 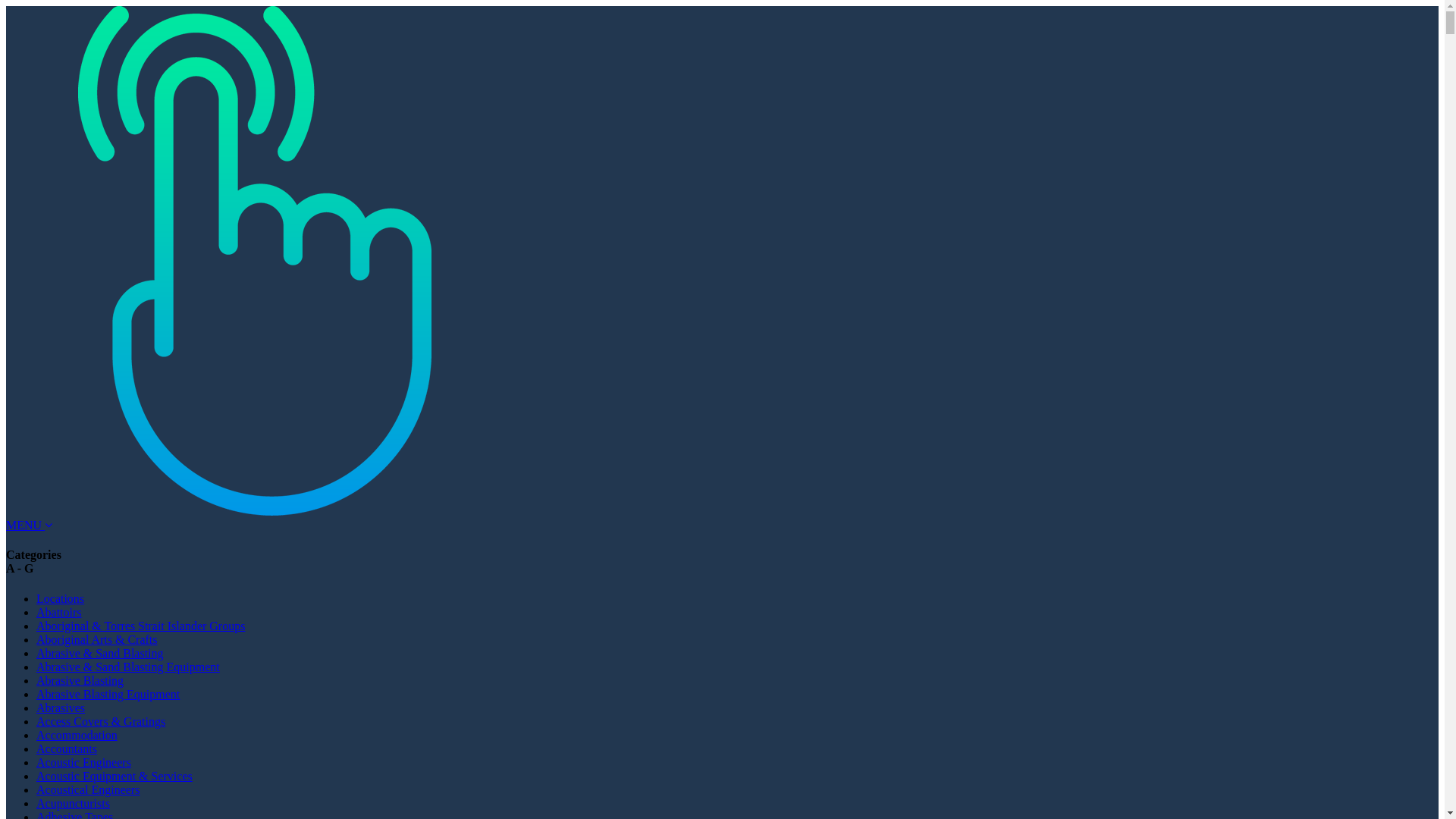 What do you see at coordinates (36, 762) in the screenshot?
I see `'Acoustic Engineers'` at bounding box center [36, 762].